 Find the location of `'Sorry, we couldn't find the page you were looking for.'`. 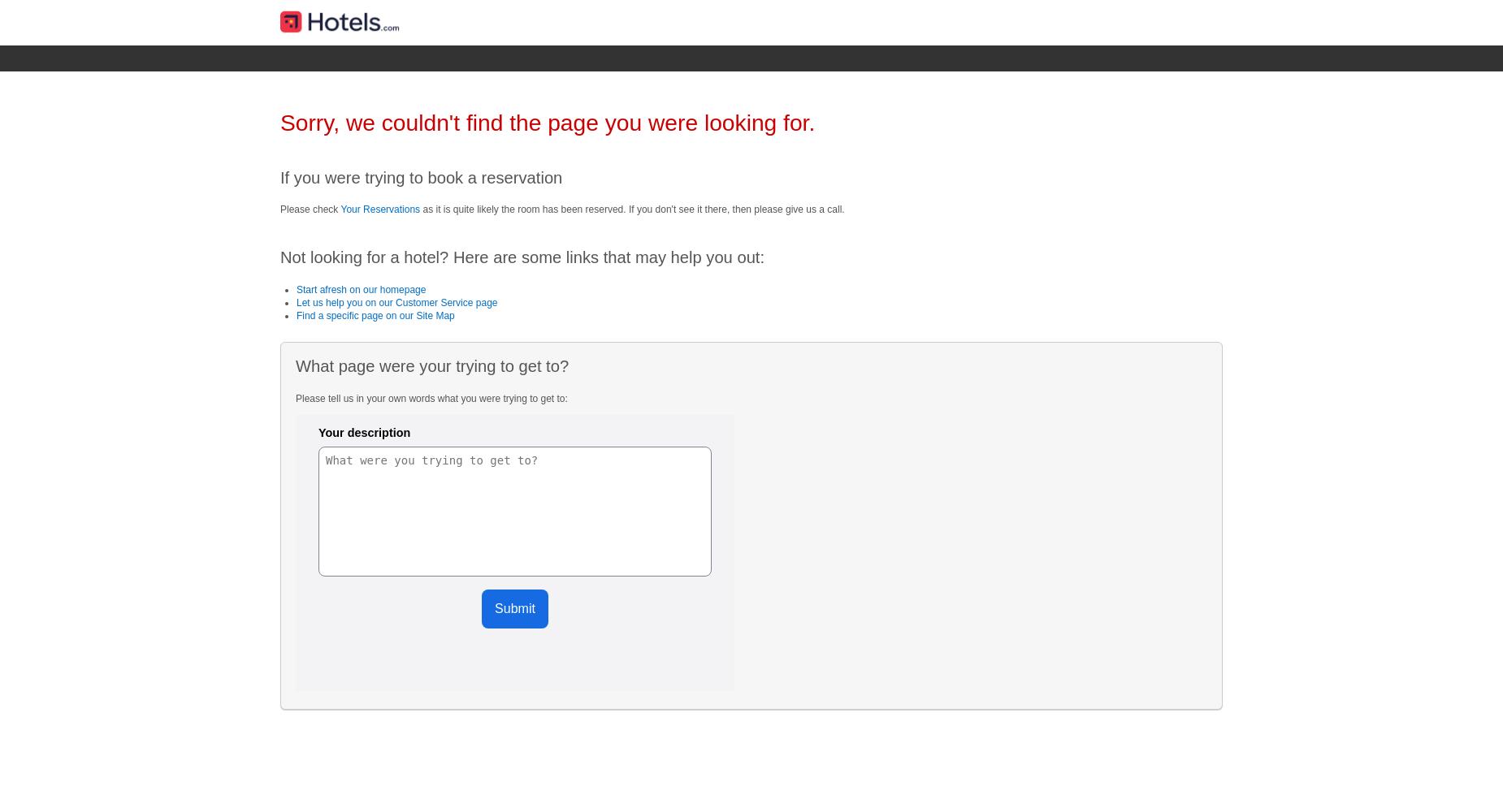

'Sorry, we couldn't find the page you were looking for.' is located at coordinates (547, 123).